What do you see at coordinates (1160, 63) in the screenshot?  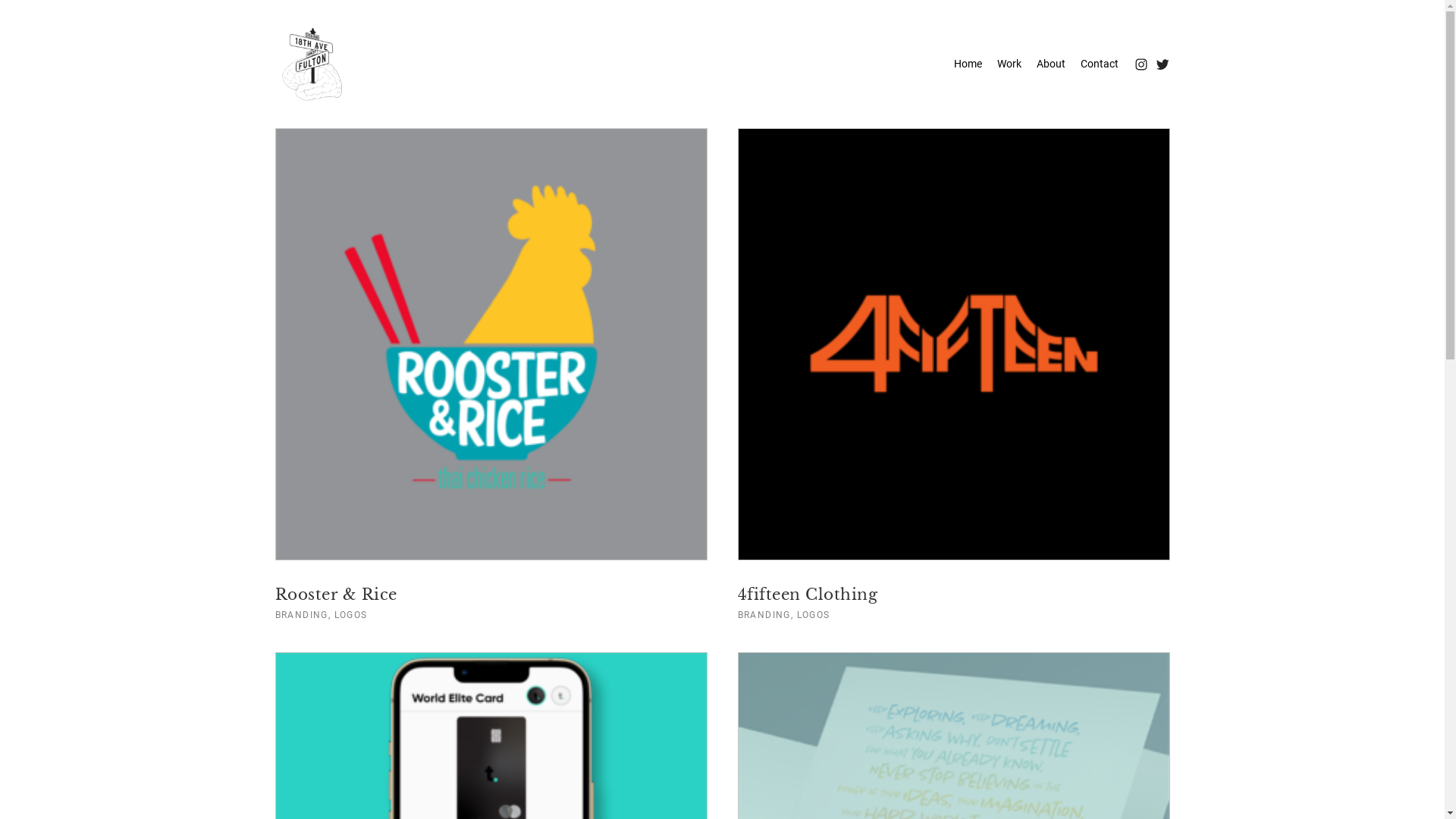 I see `'Twitter'` at bounding box center [1160, 63].